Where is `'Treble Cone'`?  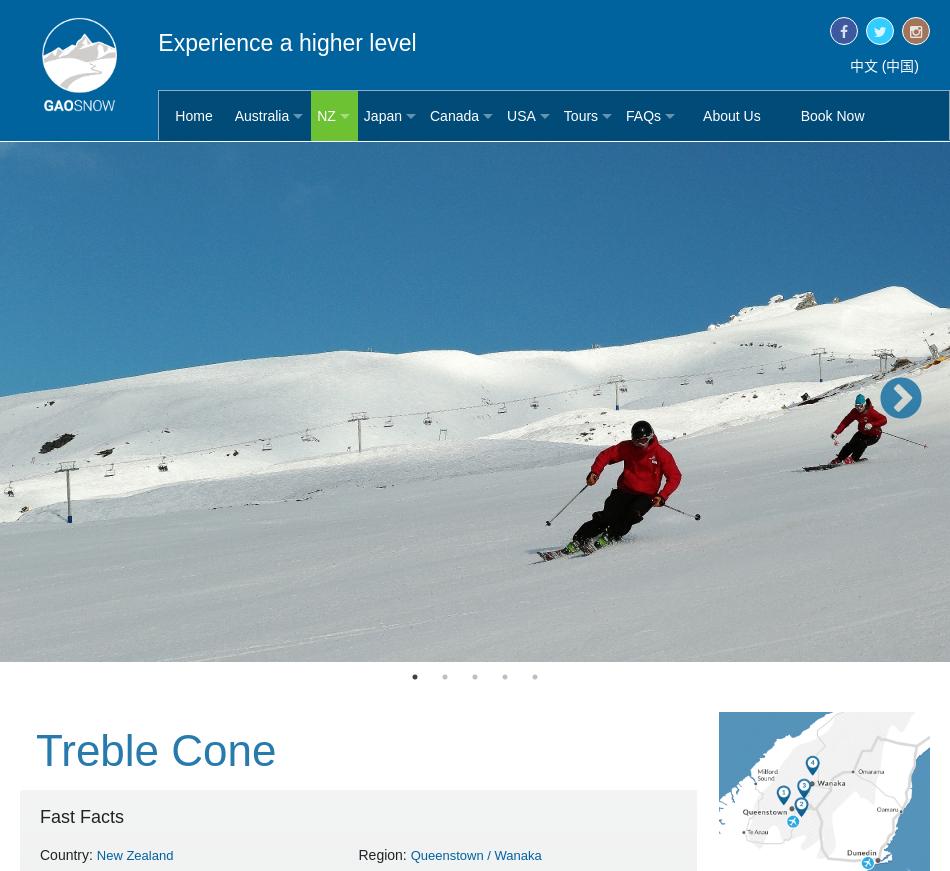 'Treble Cone' is located at coordinates (155, 750).